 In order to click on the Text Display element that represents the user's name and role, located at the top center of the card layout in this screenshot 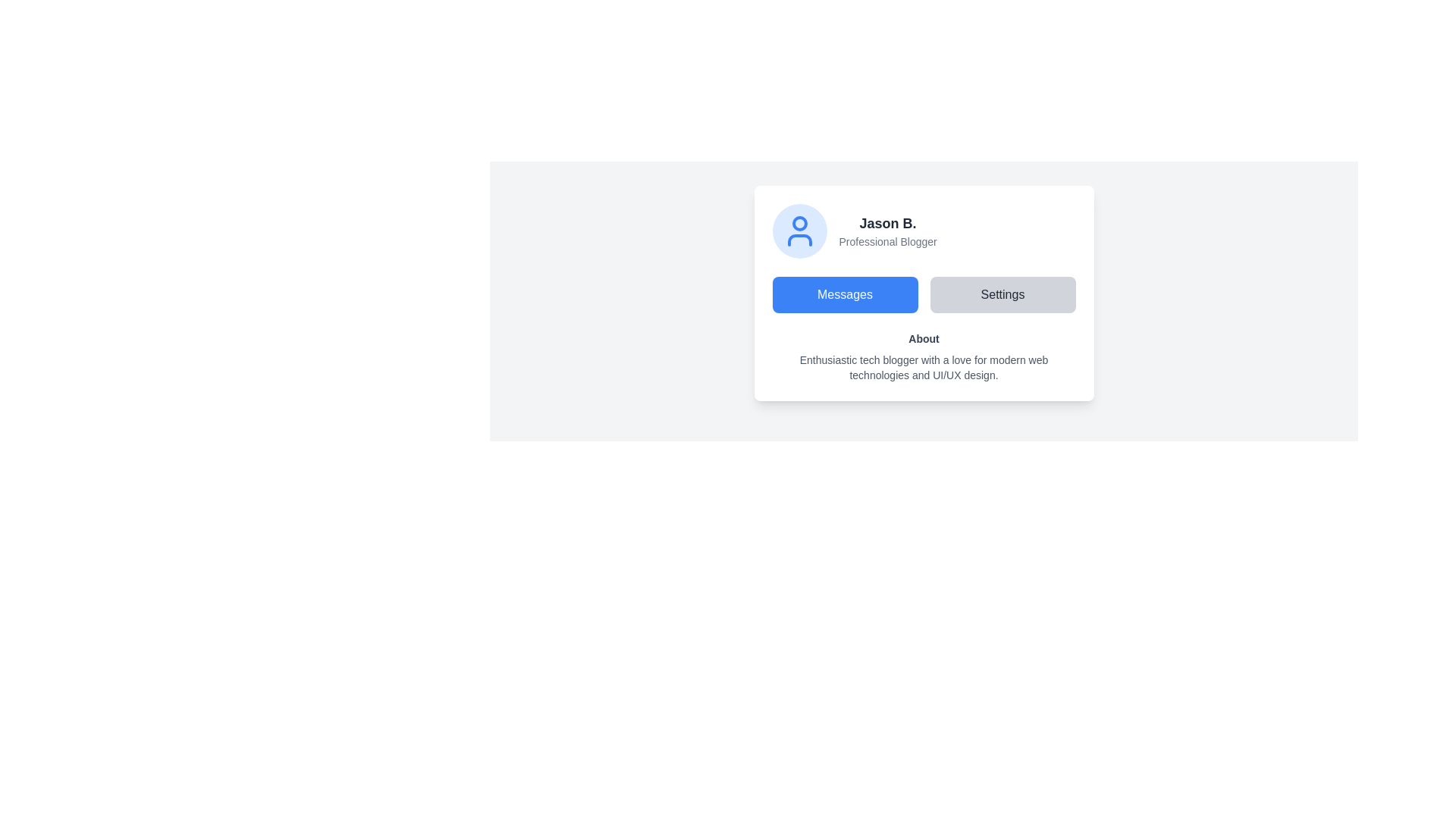, I will do `click(888, 231)`.